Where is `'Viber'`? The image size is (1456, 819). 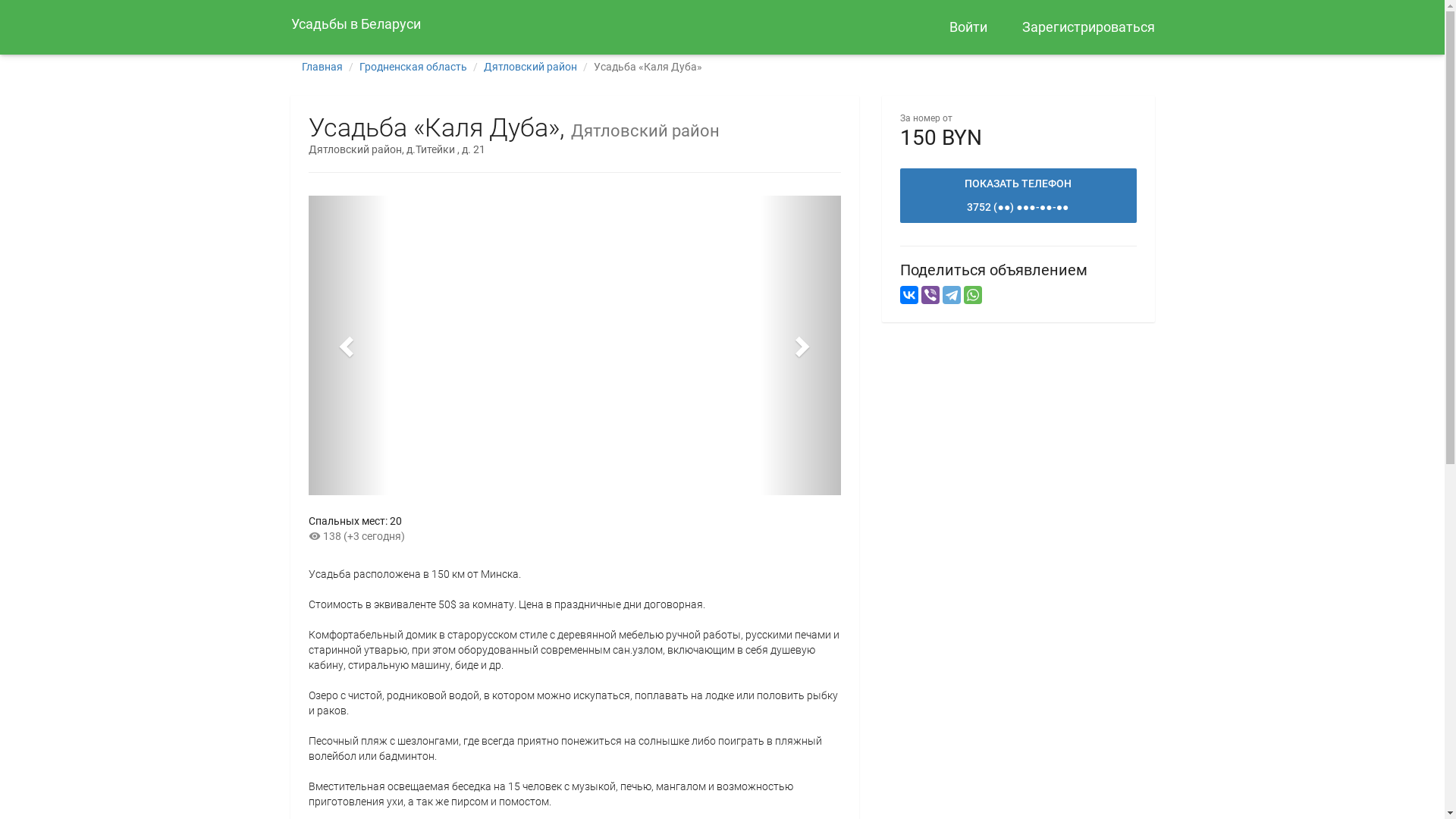
'Viber' is located at coordinates (928, 295).